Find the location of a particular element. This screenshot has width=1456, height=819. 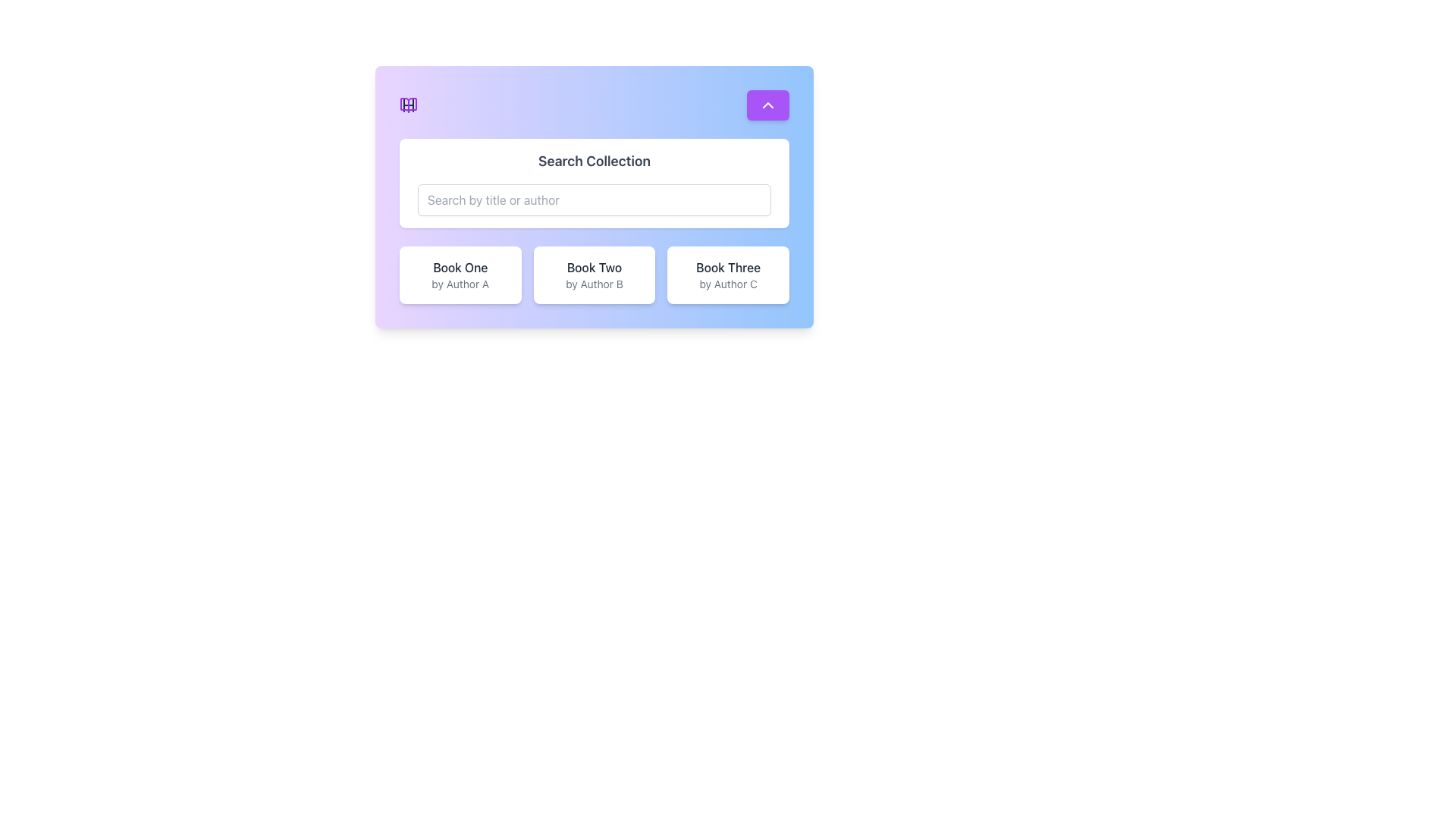

the card representing a book is located at coordinates (460, 275).